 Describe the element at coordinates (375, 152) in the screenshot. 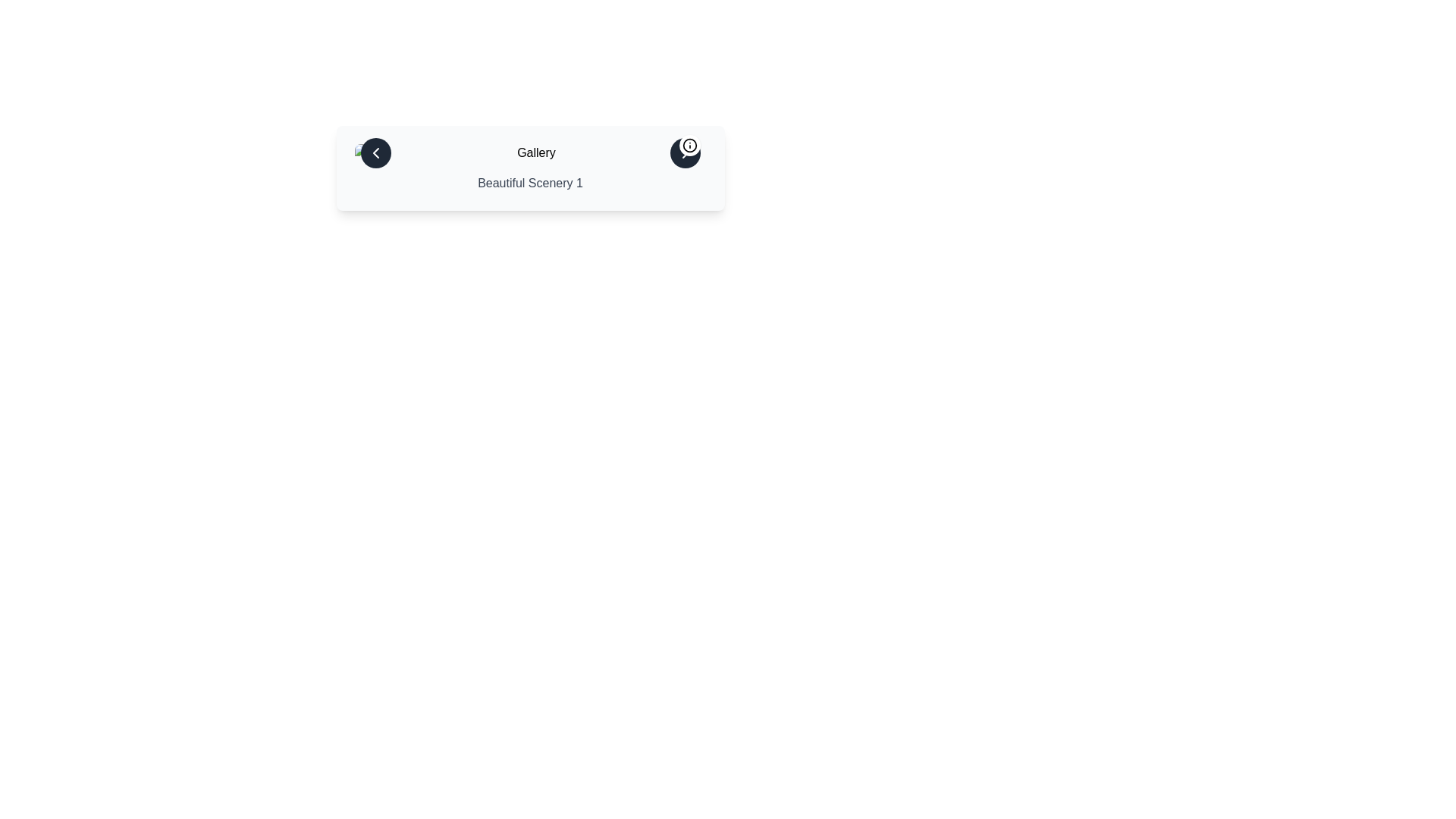

I see `the circular button with a left-facing chevron icon, which has a dark gray to black background` at that location.